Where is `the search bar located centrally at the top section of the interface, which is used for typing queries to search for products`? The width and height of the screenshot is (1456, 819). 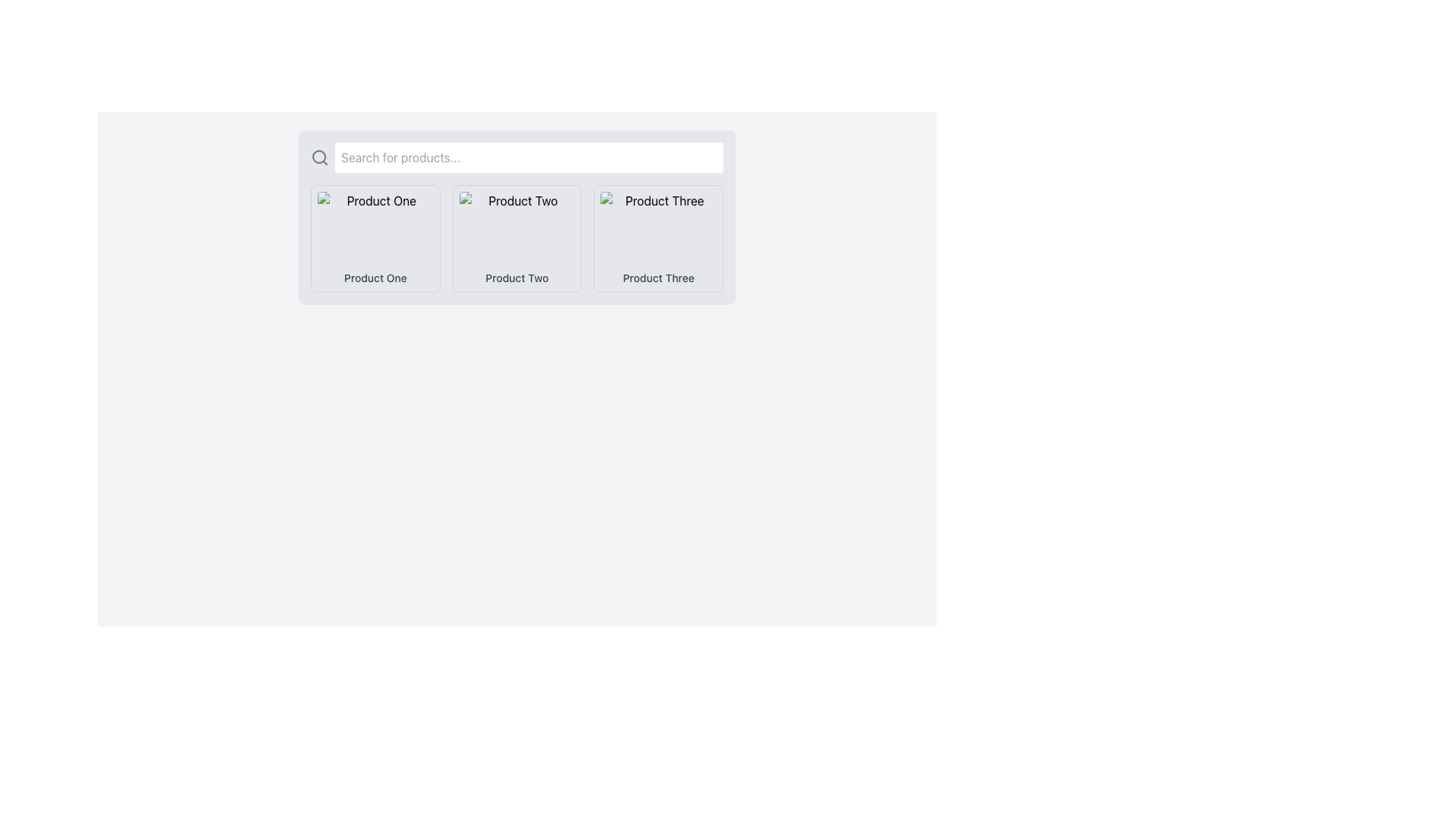
the search bar located centrally at the top section of the interface, which is used for typing queries to search for products is located at coordinates (529, 158).